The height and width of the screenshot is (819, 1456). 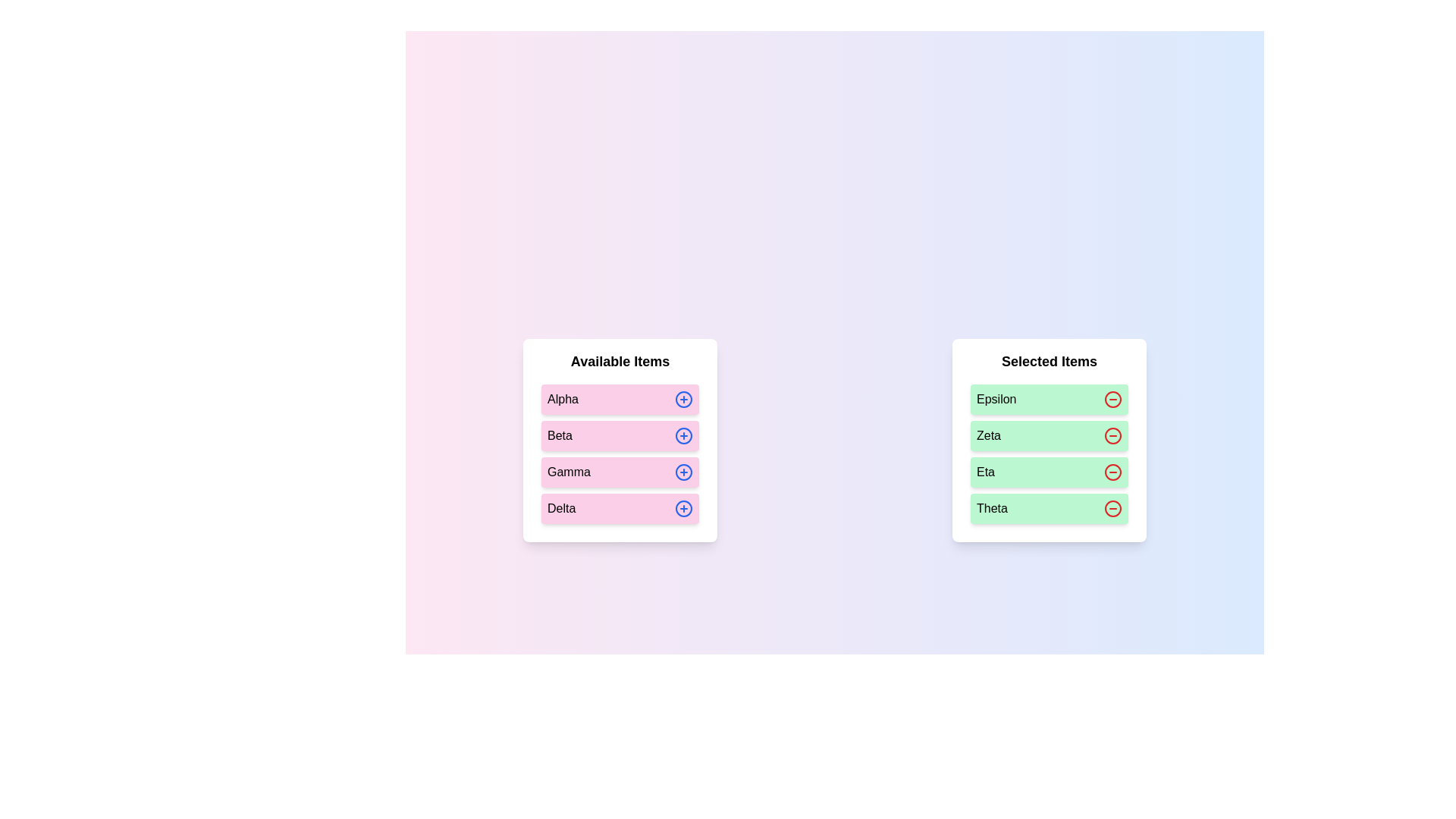 I want to click on plus icon next to the item Alpha in the 'Available Items' list to move it to the 'Selected Items' list, so click(x=683, y=399).